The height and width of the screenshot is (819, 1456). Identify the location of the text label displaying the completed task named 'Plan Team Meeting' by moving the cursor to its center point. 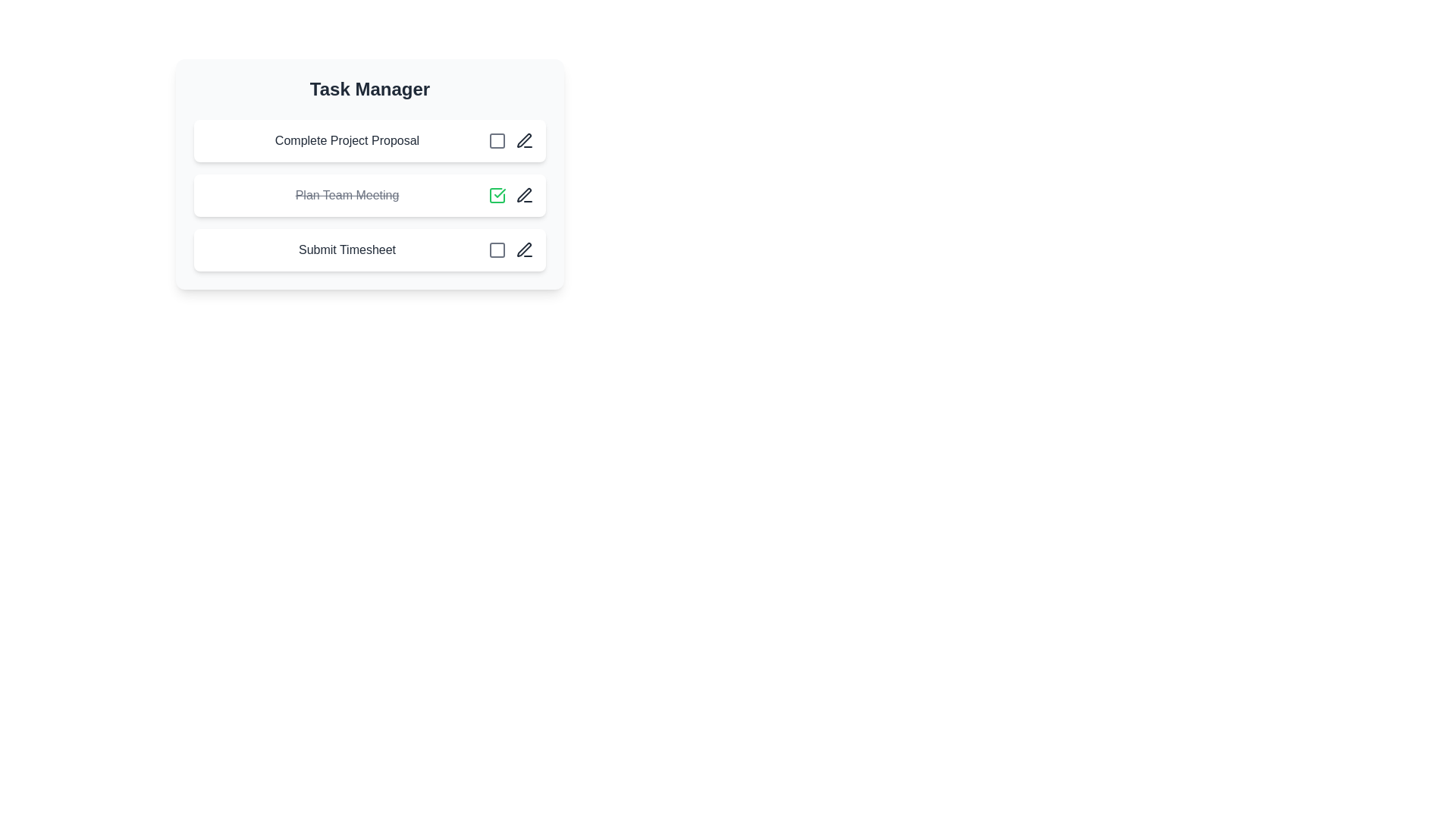
(346, 195).